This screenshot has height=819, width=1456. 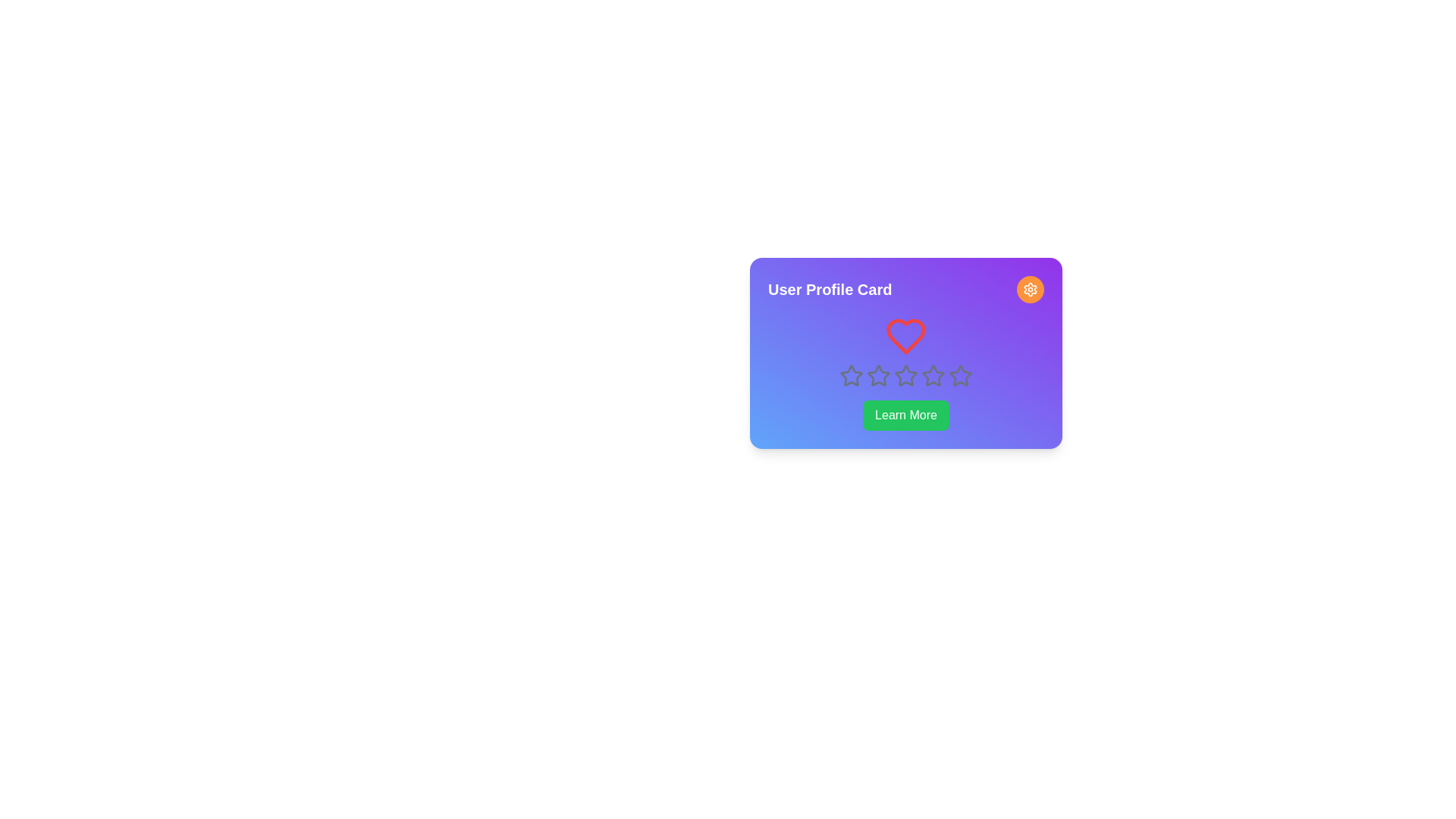 I want to click on the first star-shaped icon in the 5-star rating system located in the User Profile Card, so click(x=852, y=375).